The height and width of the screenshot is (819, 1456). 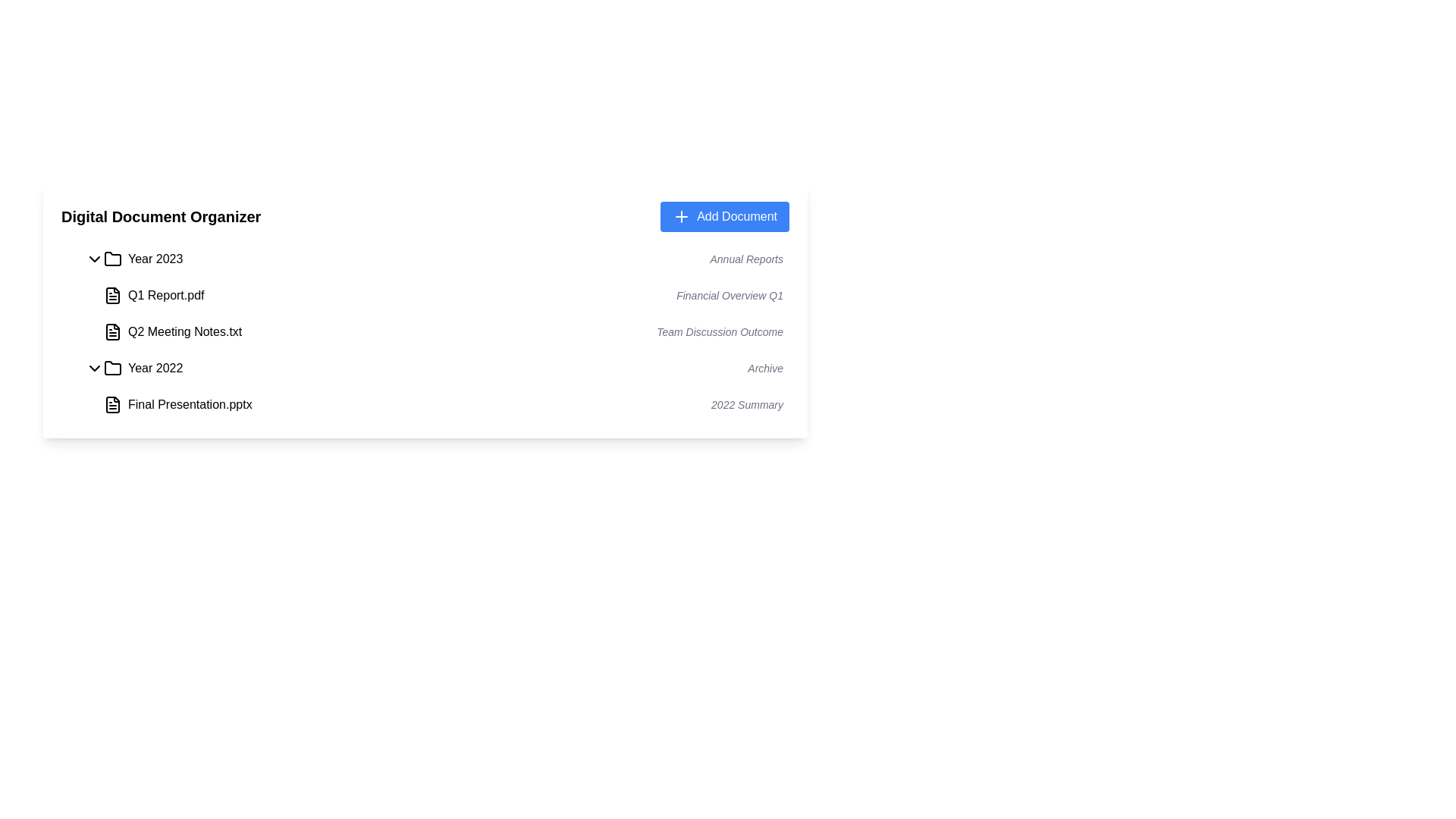 What do you see at coordinates (111, 403) in the screenshot?
I see `the document file icon located at the extreme left of the row labeled 'Final Presentation.pptx - 2022 Summary'` at bounding box center [111, 403].